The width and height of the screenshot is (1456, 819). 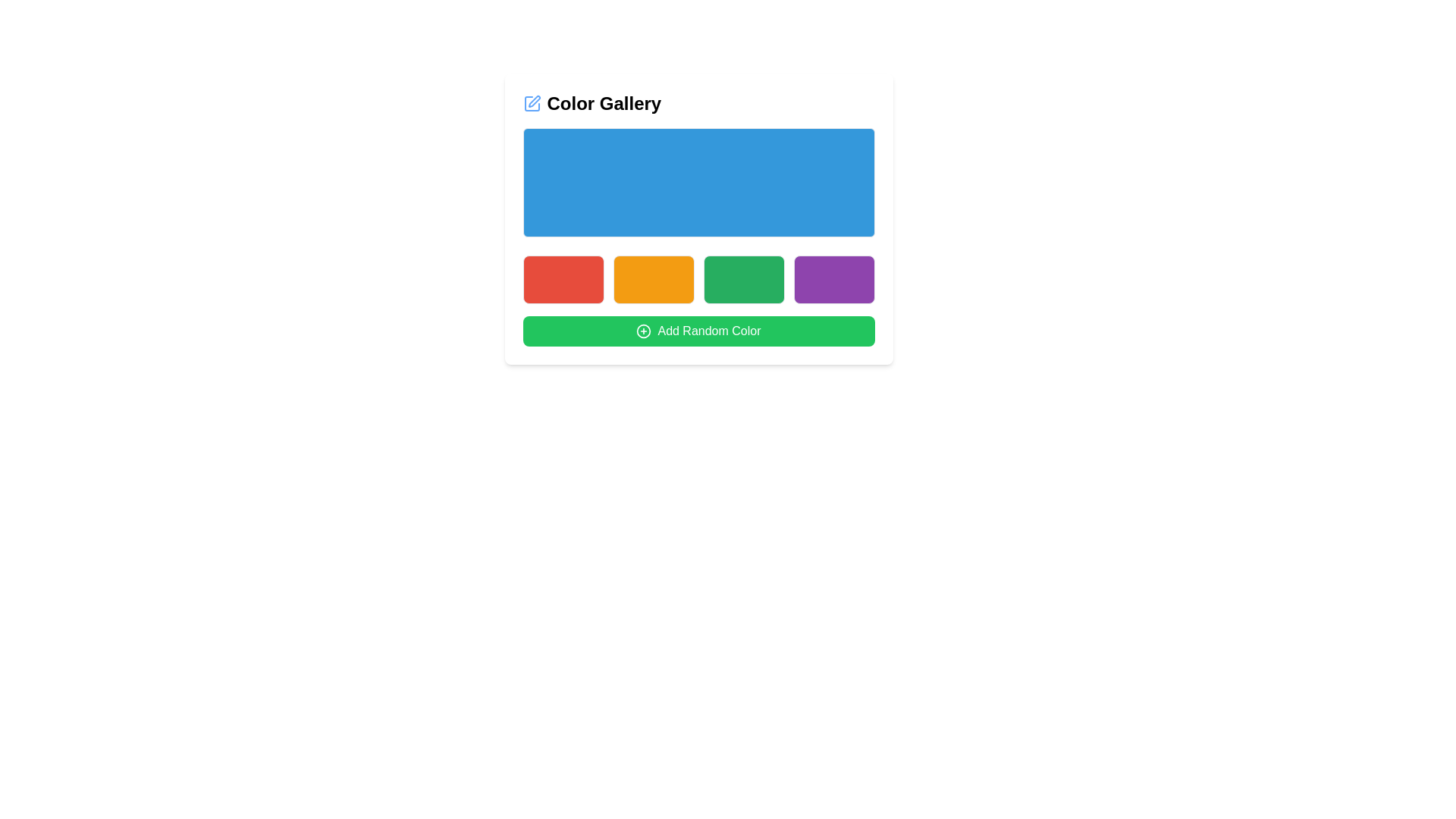 I want to click on the circular icon with a plus symbol inside it, located within the green button labeled 'Add Random Color' at the bottom center of the 'Color Gallery' card layout, so click(x=644, y=330).